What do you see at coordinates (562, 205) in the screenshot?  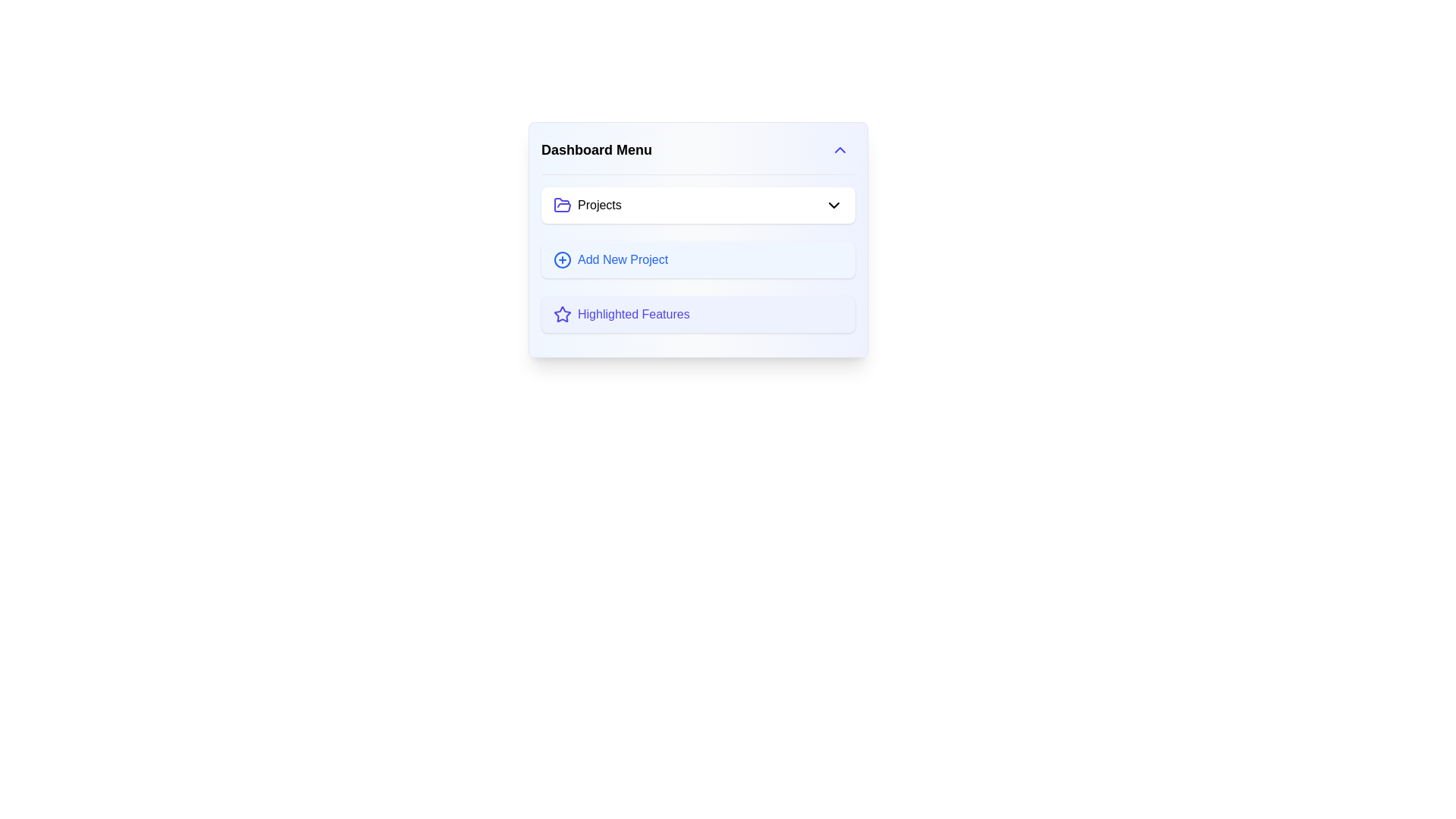 I see `the 'Projects' menu item icon located in the topmost list item of the 'Dashboard Menu' to interact with the dropdown for managing projects` at bounding box center [562, 205].